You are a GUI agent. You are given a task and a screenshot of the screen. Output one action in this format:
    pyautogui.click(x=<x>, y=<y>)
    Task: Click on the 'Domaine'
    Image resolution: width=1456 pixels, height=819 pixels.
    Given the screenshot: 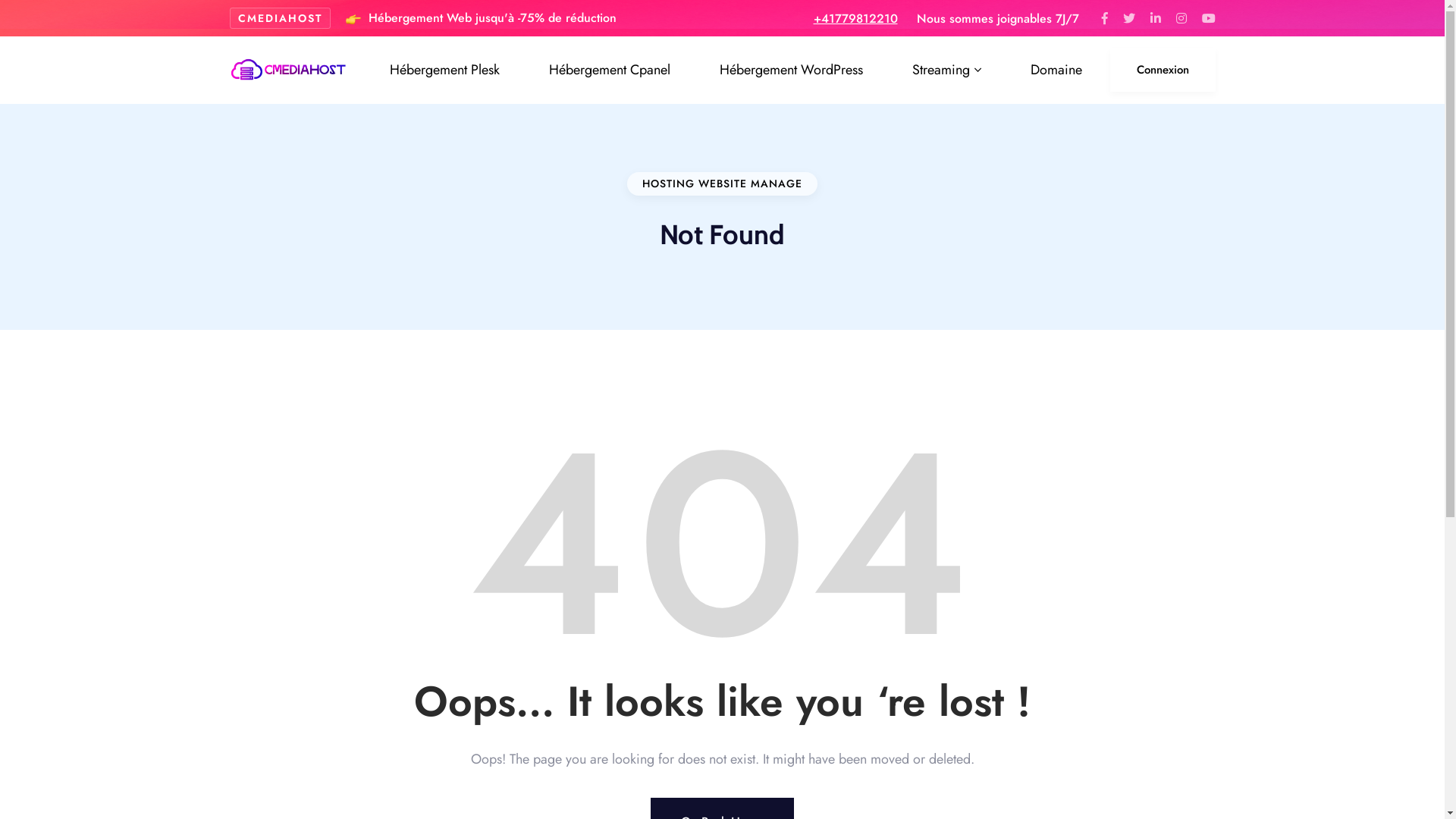 What is the action you would take?
    pyautogui.click(x=1019, y=70)
    